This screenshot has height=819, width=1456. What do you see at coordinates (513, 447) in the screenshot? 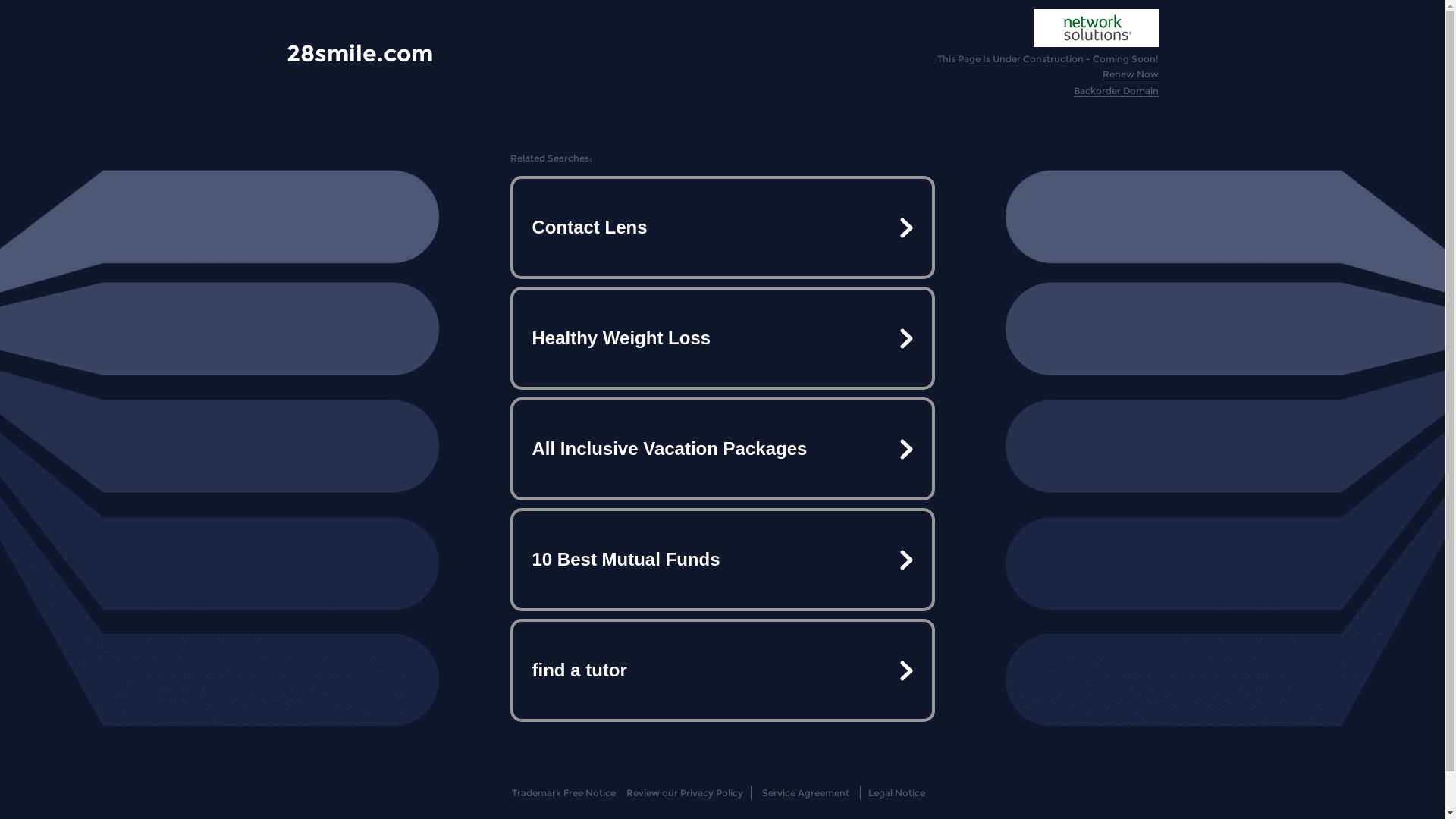
I see `'All Inclusive Vacation Packages'` at bounding box center [513, 447].